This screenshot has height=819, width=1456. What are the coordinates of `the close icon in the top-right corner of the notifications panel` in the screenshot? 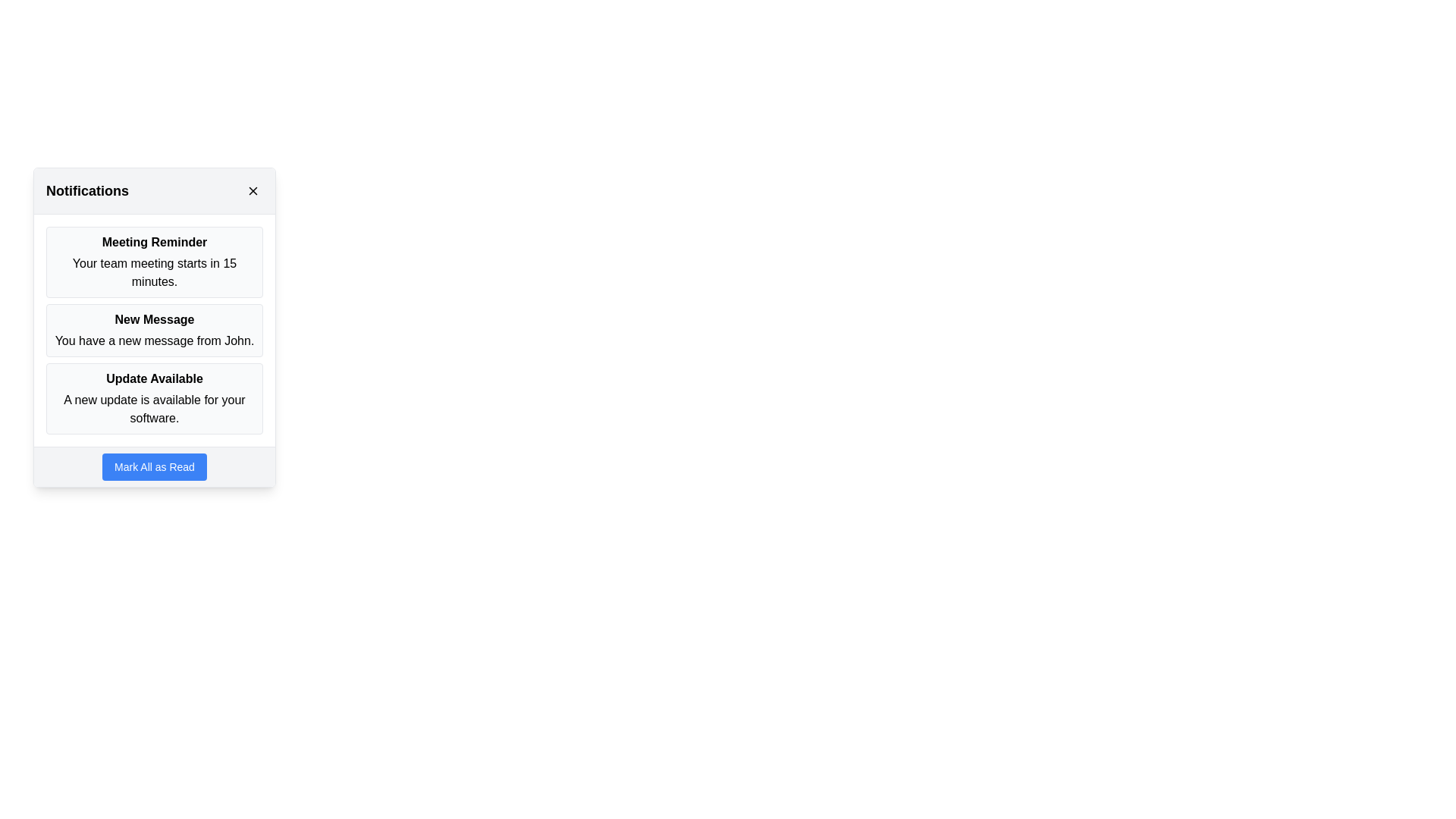 It's located at (253, 190).